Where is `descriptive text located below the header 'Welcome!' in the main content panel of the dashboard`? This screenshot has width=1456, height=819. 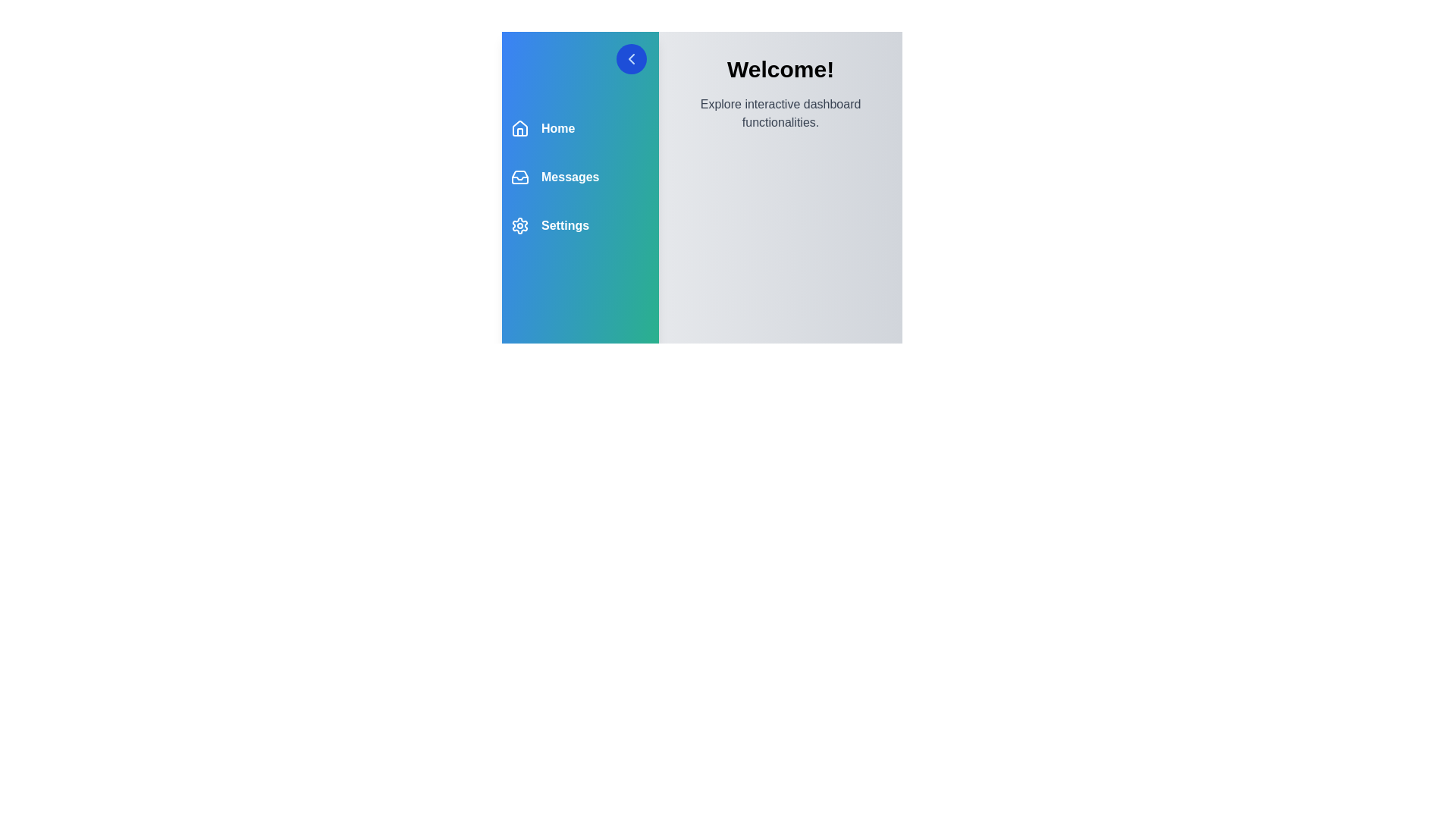 descriptive text located below the header 'Welcome!' in the main content panel of the dashboard is located at coordinates (780, 113).